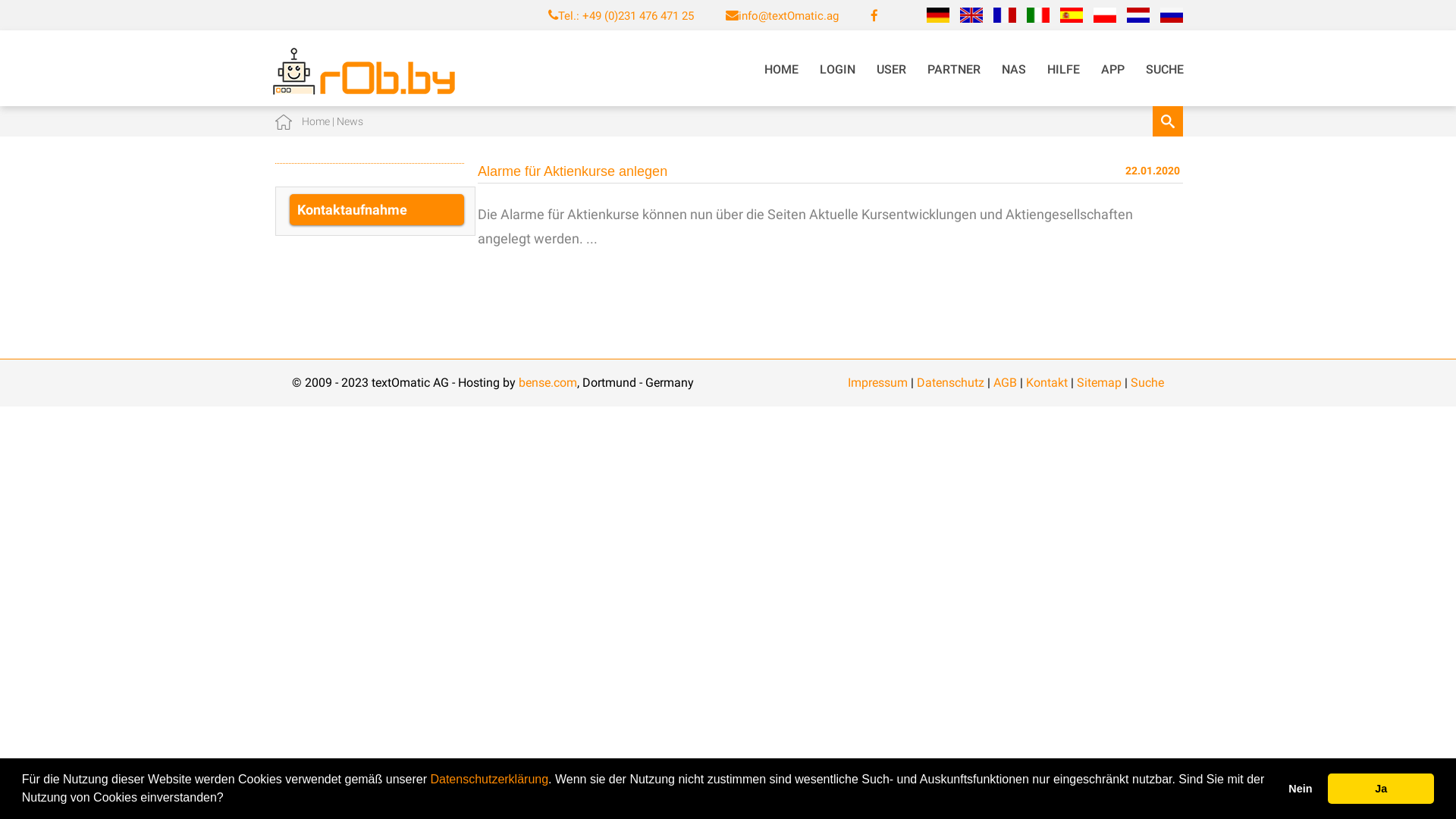 This screenshot has width=1456, height=819. I want to click on 'SUCHE', so click(1164, 69).